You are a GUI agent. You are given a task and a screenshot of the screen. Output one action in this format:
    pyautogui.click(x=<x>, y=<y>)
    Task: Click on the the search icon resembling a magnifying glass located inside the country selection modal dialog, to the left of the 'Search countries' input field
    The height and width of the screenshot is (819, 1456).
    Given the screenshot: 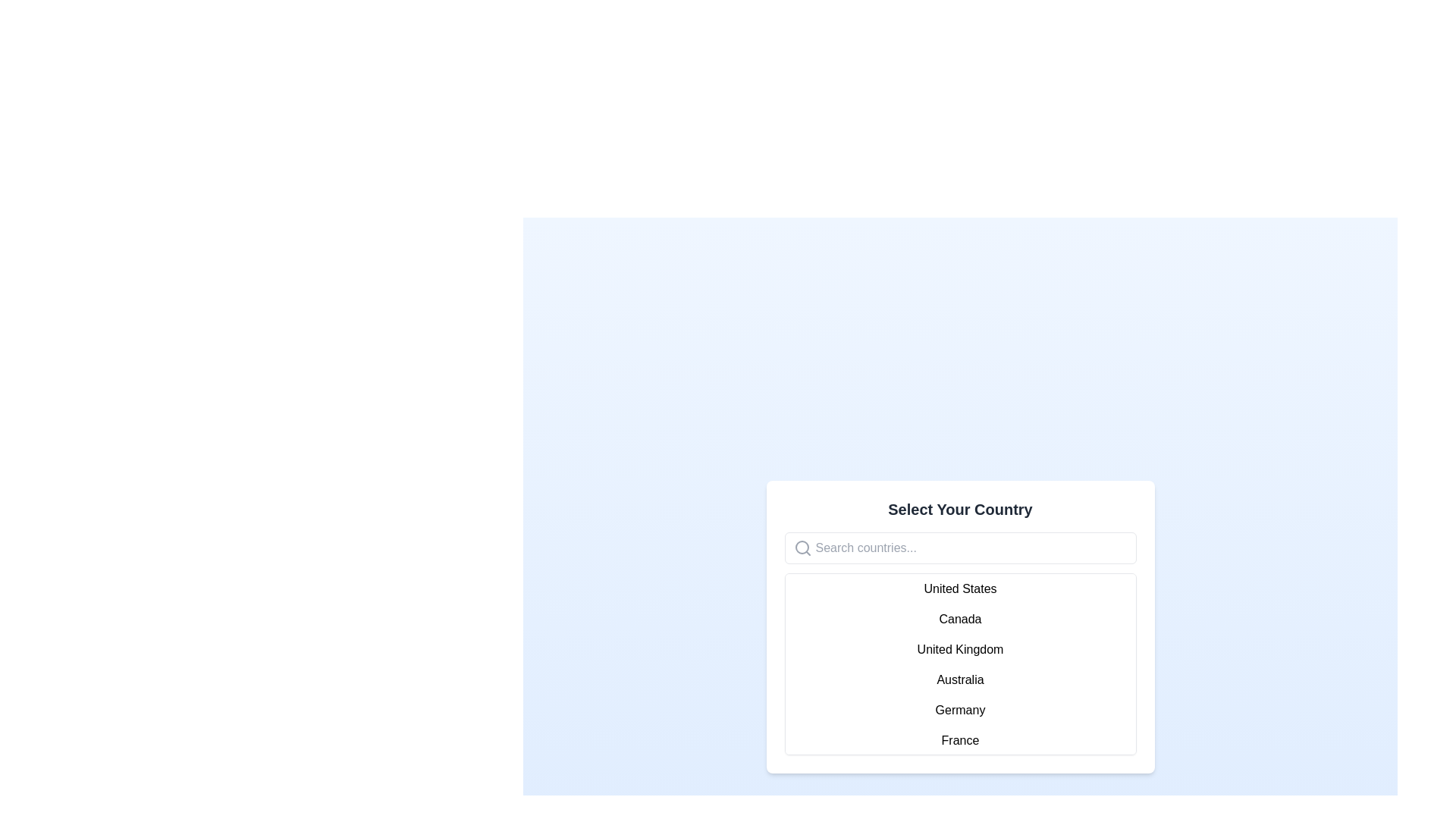 What is the action you would take?
    pyautogui.click(x=801, y=547)
    